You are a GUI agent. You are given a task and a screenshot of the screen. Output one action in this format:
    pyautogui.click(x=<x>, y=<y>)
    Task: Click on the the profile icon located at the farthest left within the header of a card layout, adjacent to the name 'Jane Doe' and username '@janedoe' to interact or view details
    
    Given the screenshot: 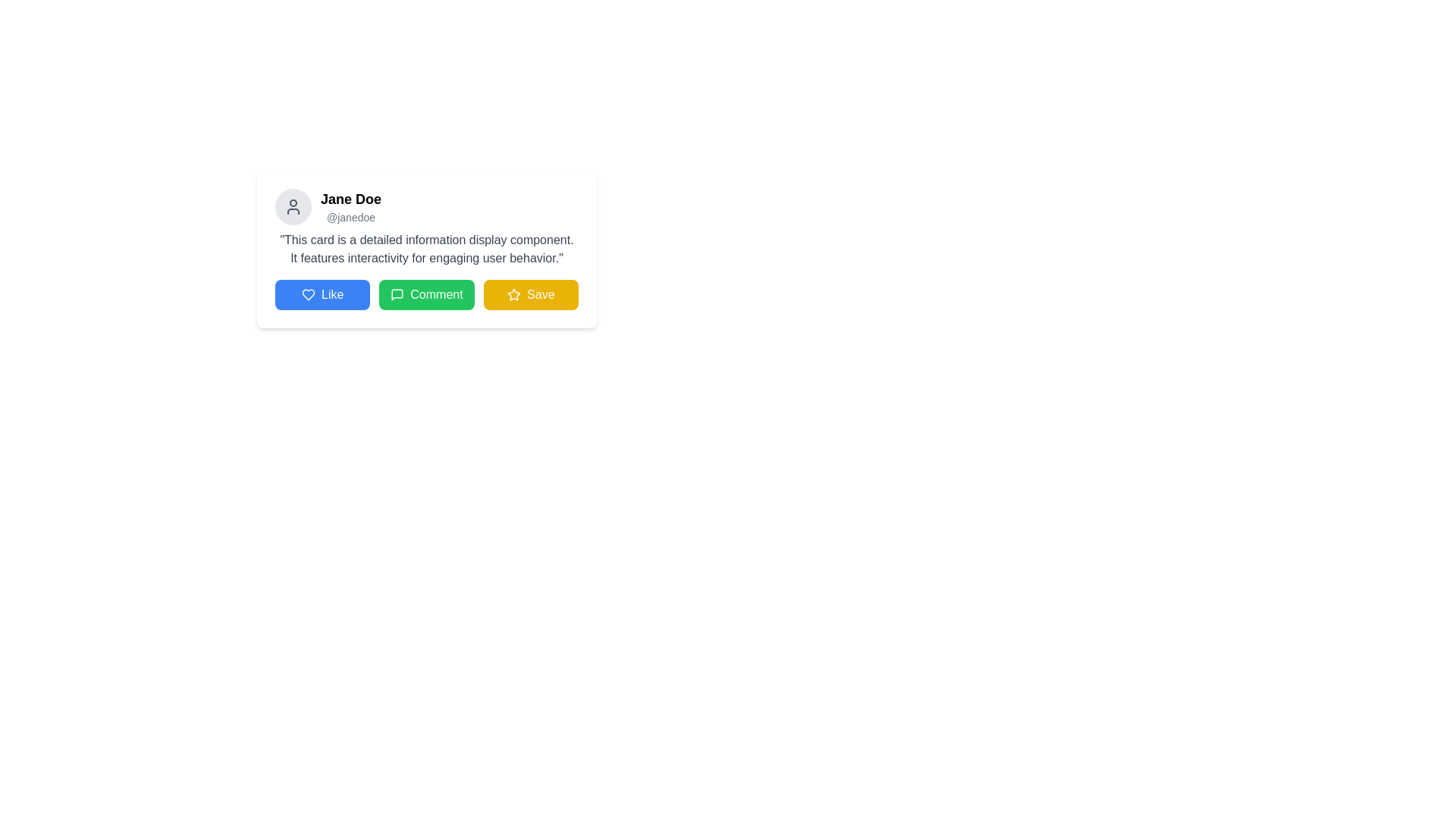 What is the action you would take?
    pyautogui.click(x=293, y=207)
    